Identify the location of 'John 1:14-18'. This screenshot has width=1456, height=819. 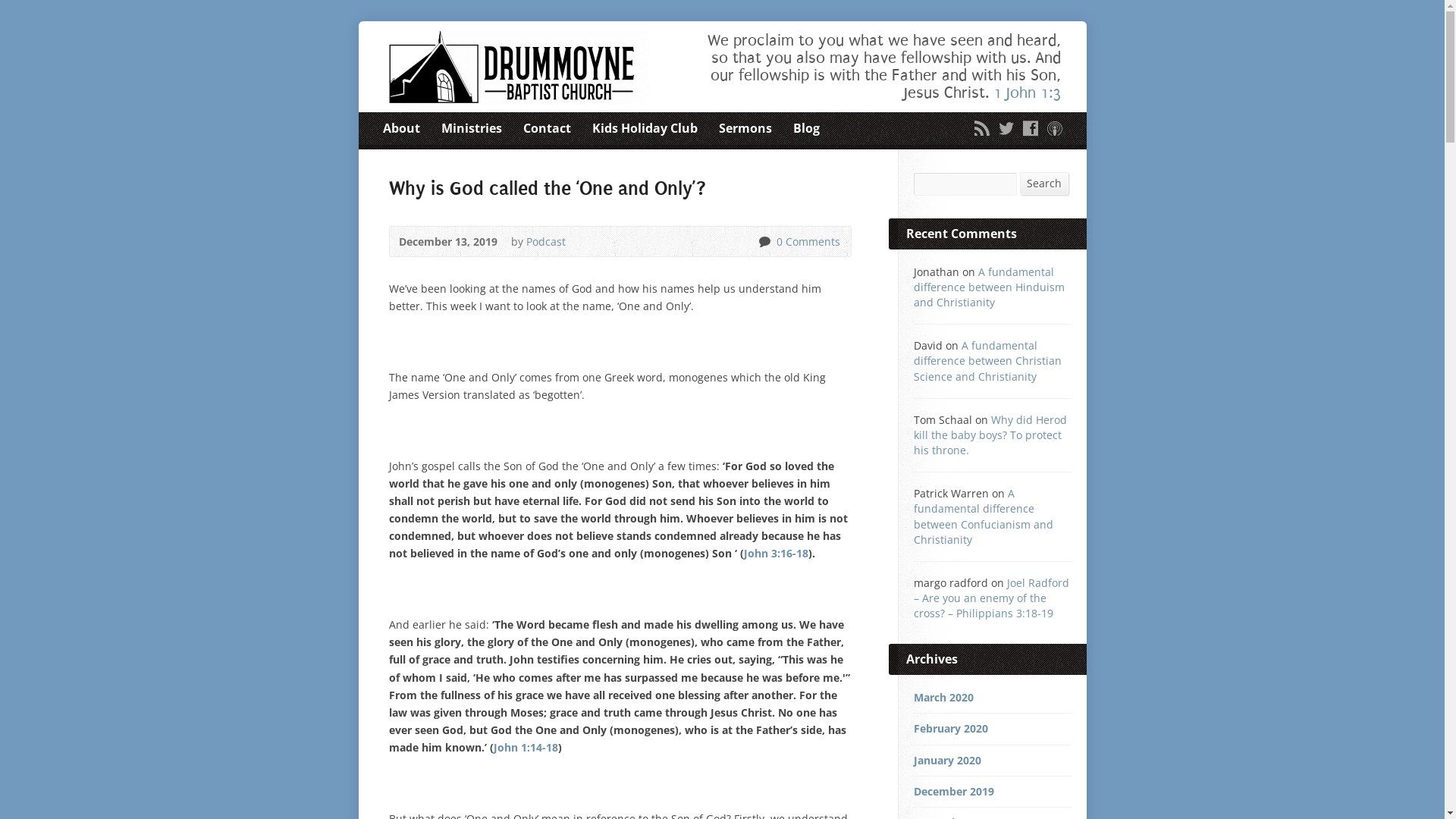
(525, 746).